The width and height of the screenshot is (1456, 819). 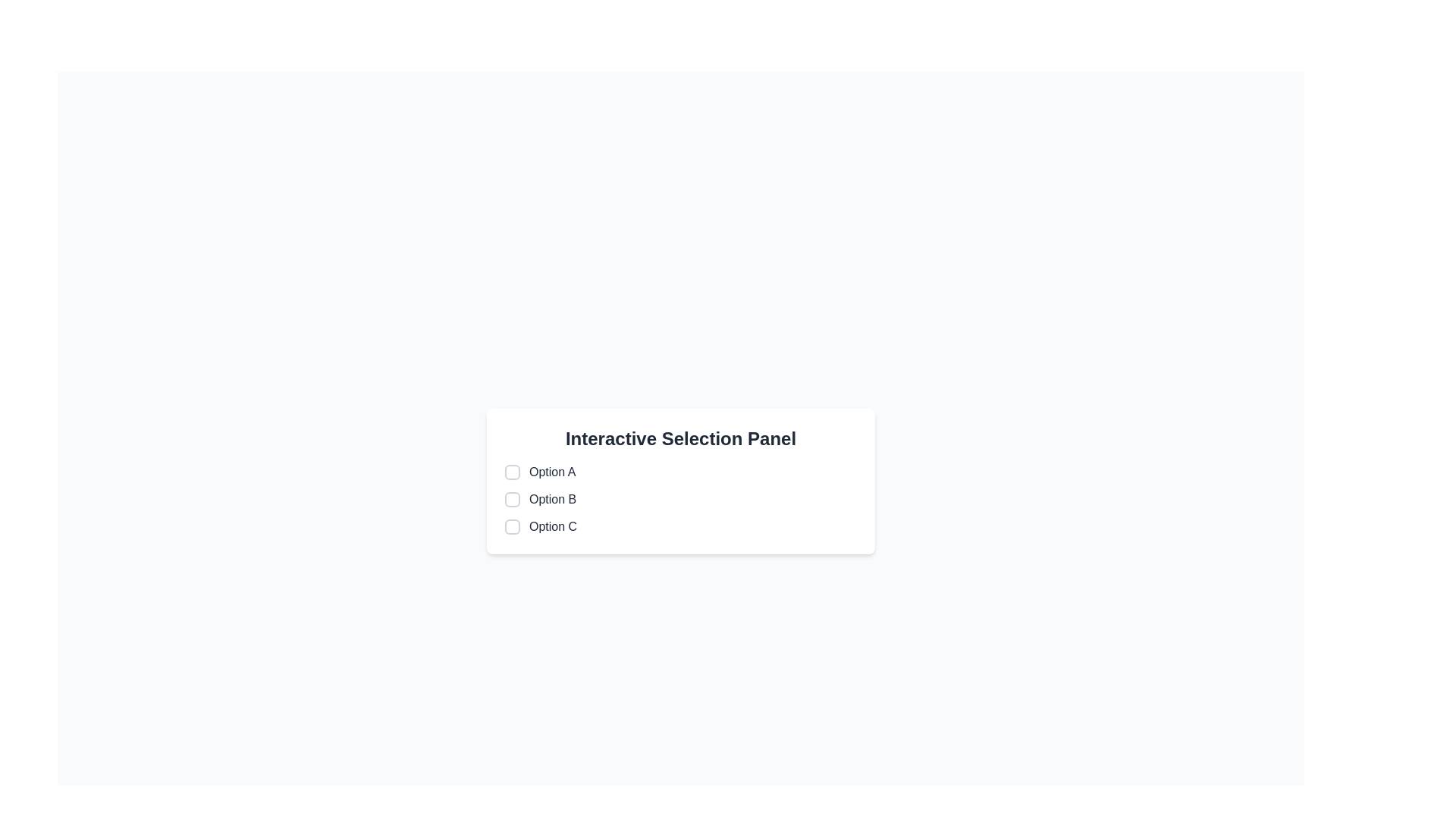 I want to click on text from the label that describes the first option in the Interactive Selection Panel, positioned above Option B and Option C, so click(x=551, y=472).